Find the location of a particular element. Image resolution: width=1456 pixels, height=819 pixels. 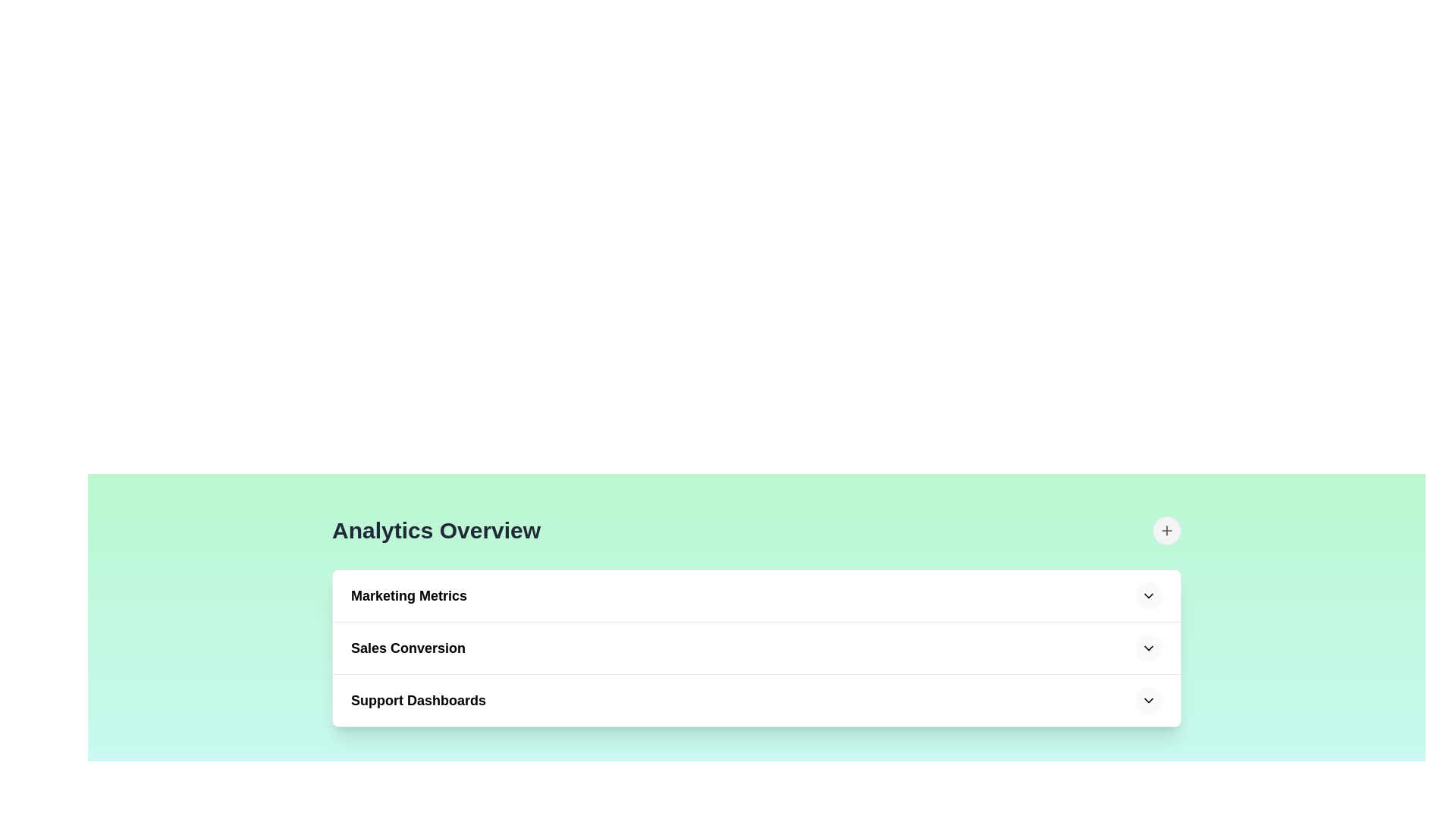

the text label titled 'Analytics Overview', which is the first item in a vertical list above 'Sales Conversion' is located at coordinates (409, 595).